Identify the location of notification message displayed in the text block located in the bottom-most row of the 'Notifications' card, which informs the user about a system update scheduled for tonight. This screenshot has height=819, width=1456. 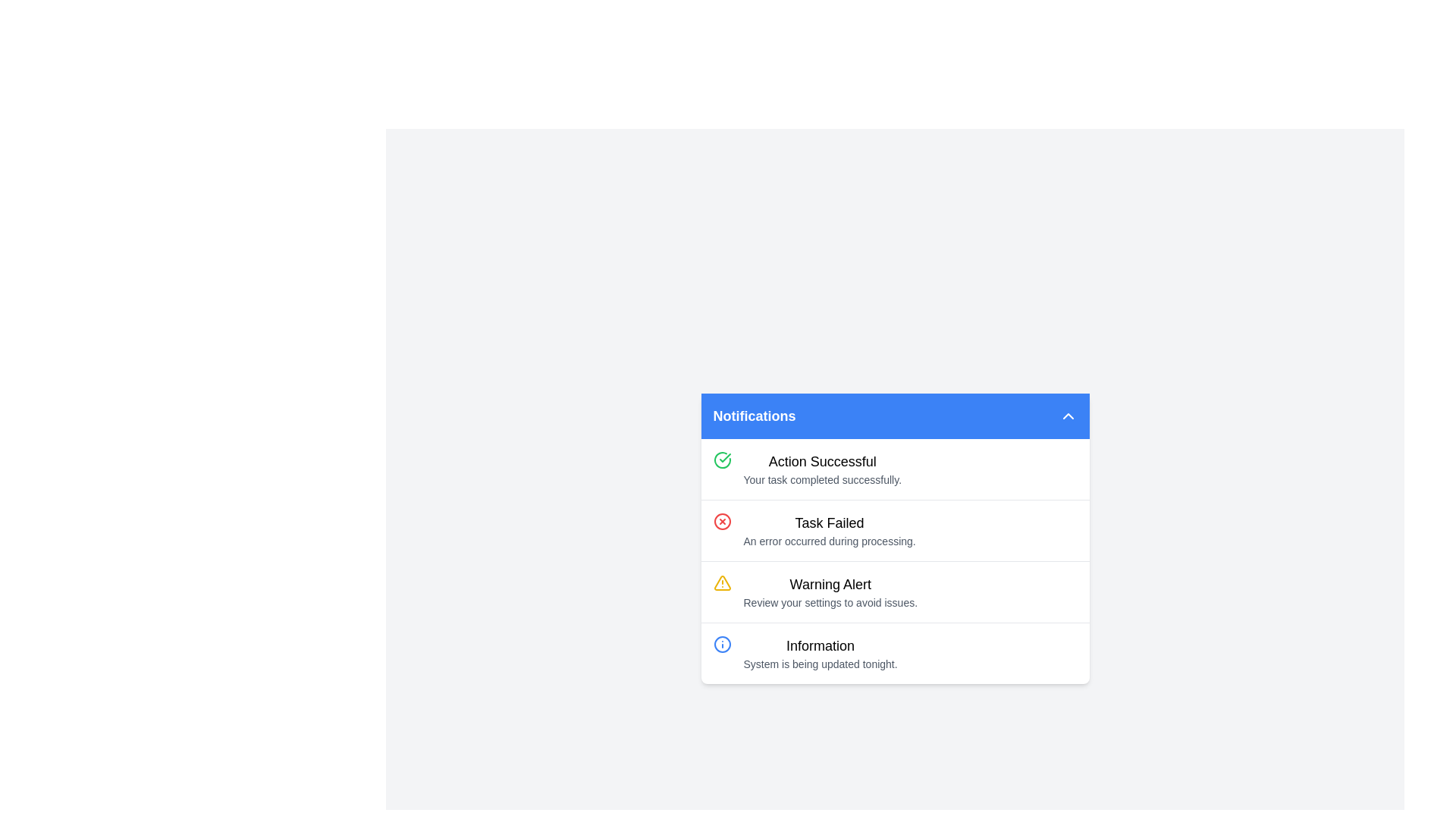
(820, 652).